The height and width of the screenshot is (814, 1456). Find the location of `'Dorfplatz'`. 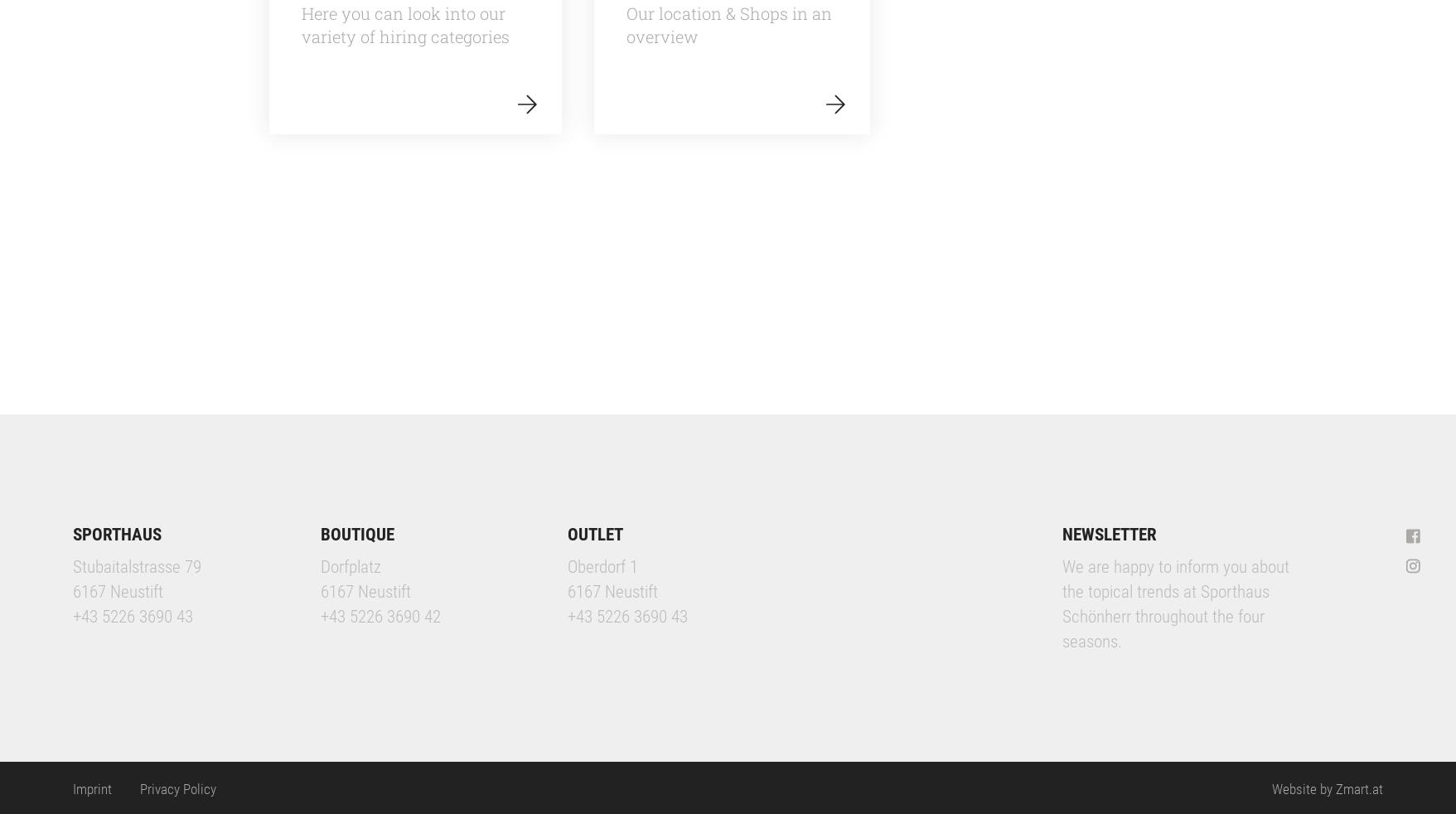

'Dorfplatz' is located at coordinates (349, 564).